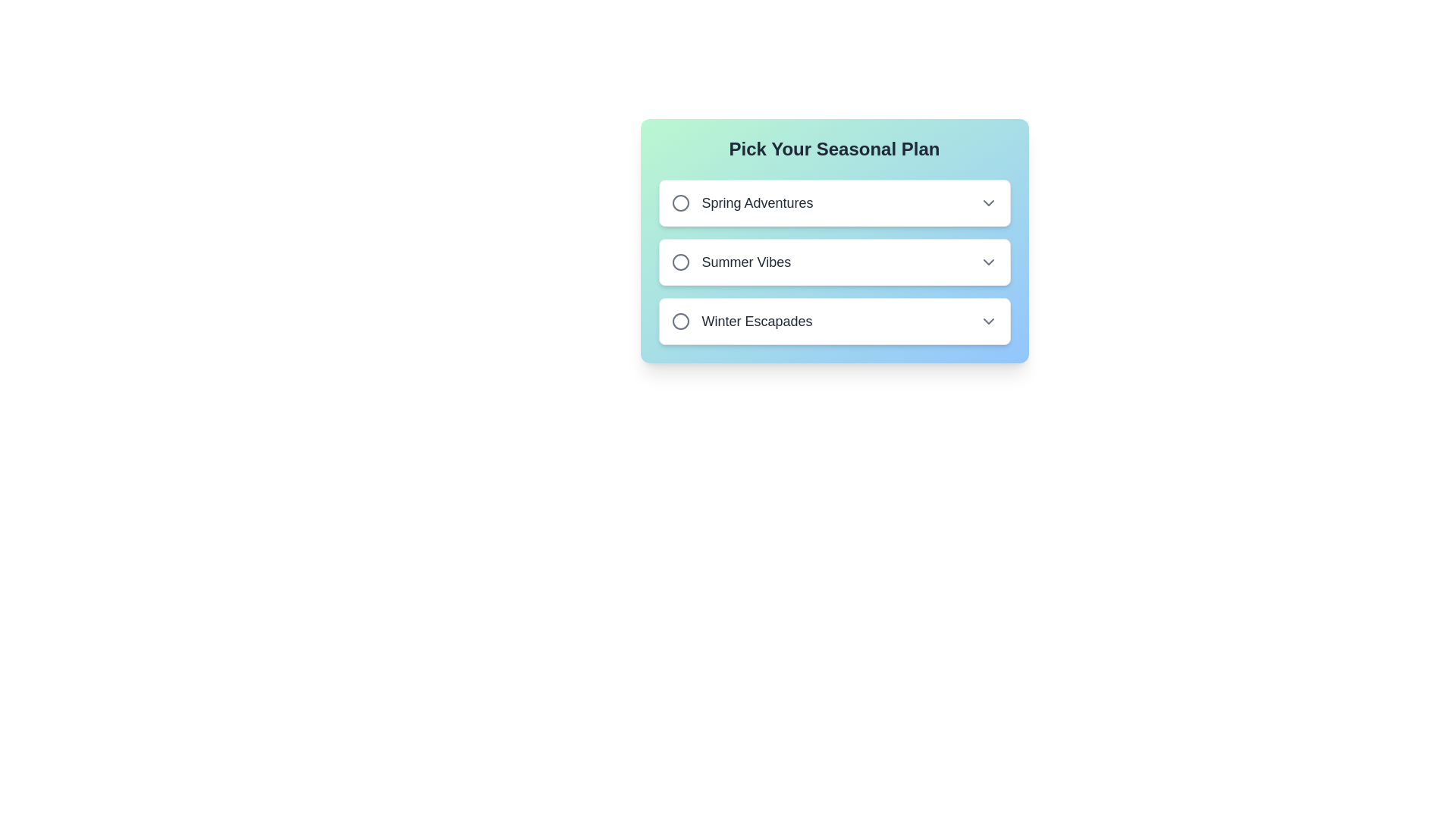 The width and height of the screenshot is (1456, 819). What do you see at coordinates (988, 321) in the screenshot?
I see `the chevron-down icon styled with a gray stroke color, located at the rightmost edge of the third row labeled 'Winter Escapades'` at bounding box center [988, 321].